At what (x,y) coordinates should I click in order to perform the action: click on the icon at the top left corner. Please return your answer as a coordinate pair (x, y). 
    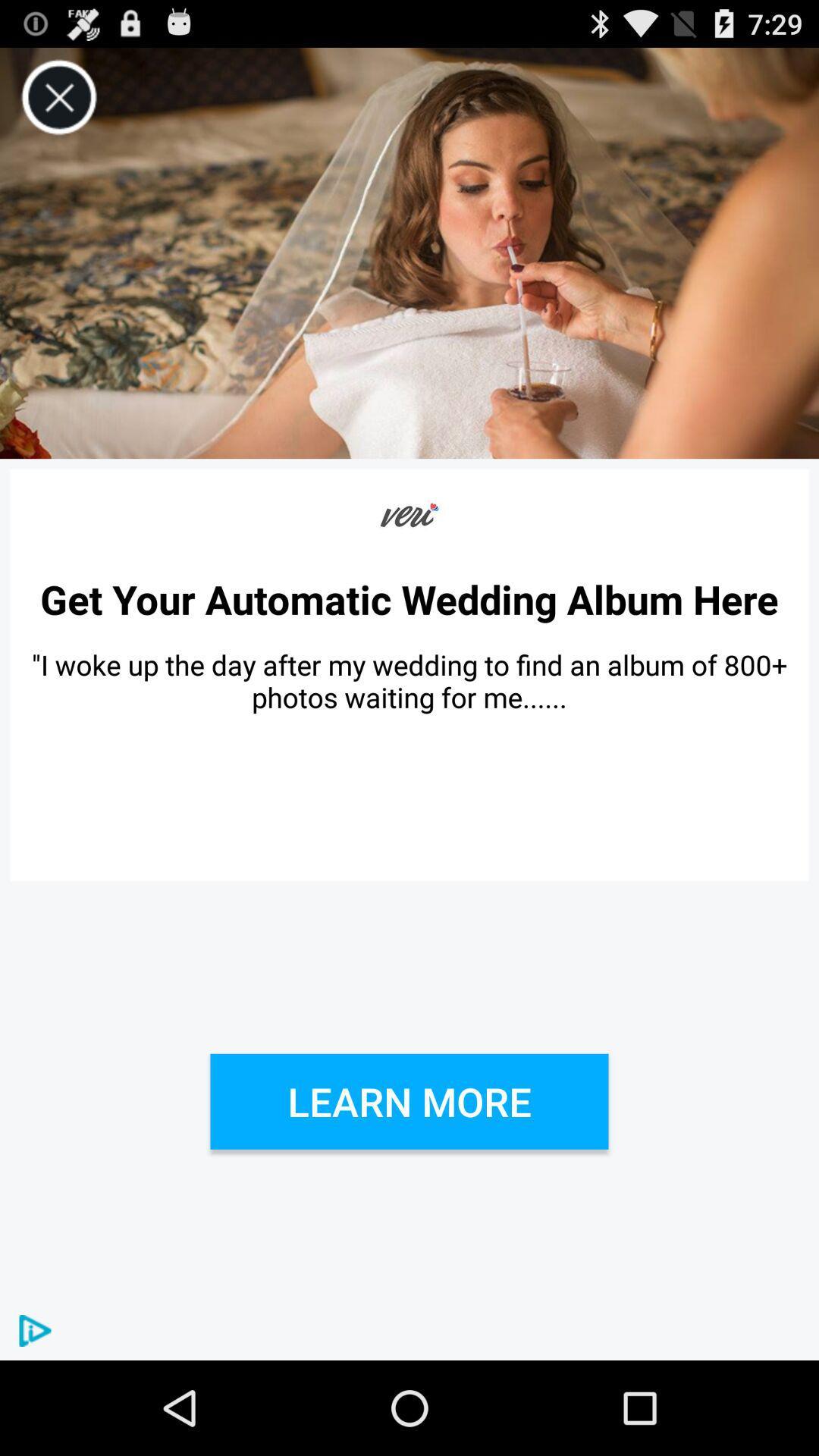
    Looking at the image, I should click on (58, 97).